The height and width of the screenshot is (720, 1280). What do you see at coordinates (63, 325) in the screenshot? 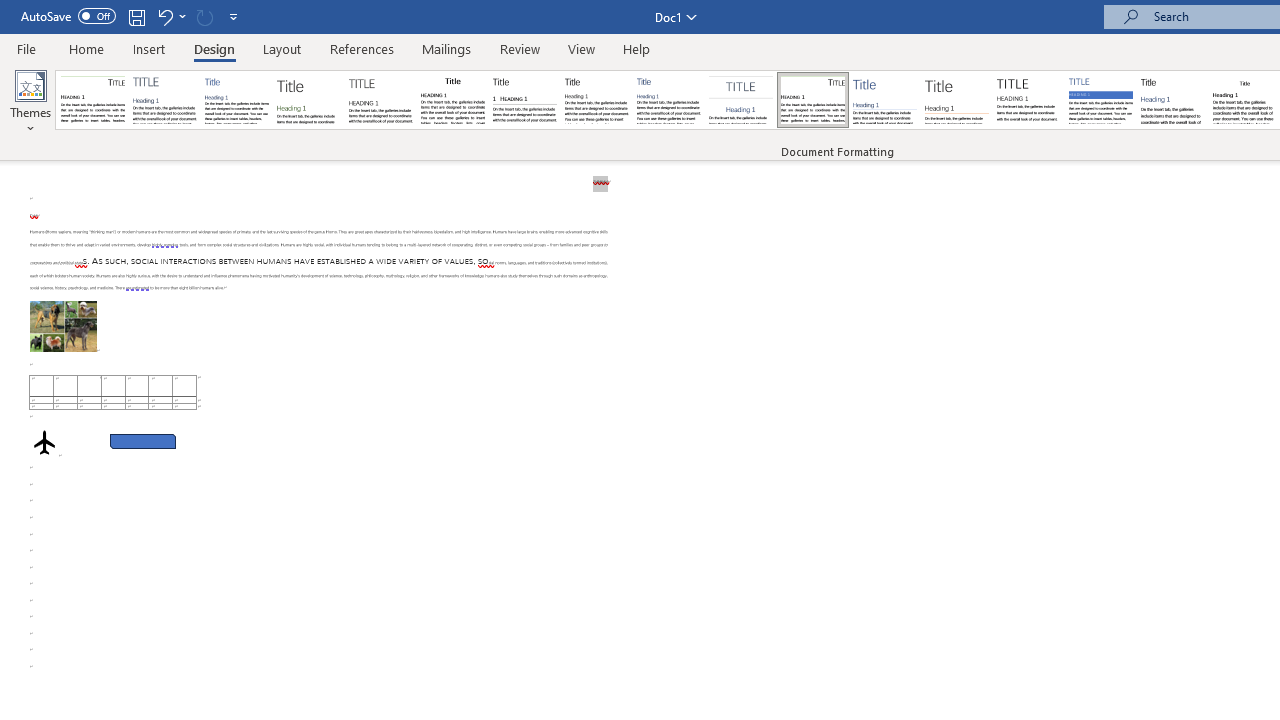
I see `'Morphological variation in six dogs'` at bounding box center [63, 325].